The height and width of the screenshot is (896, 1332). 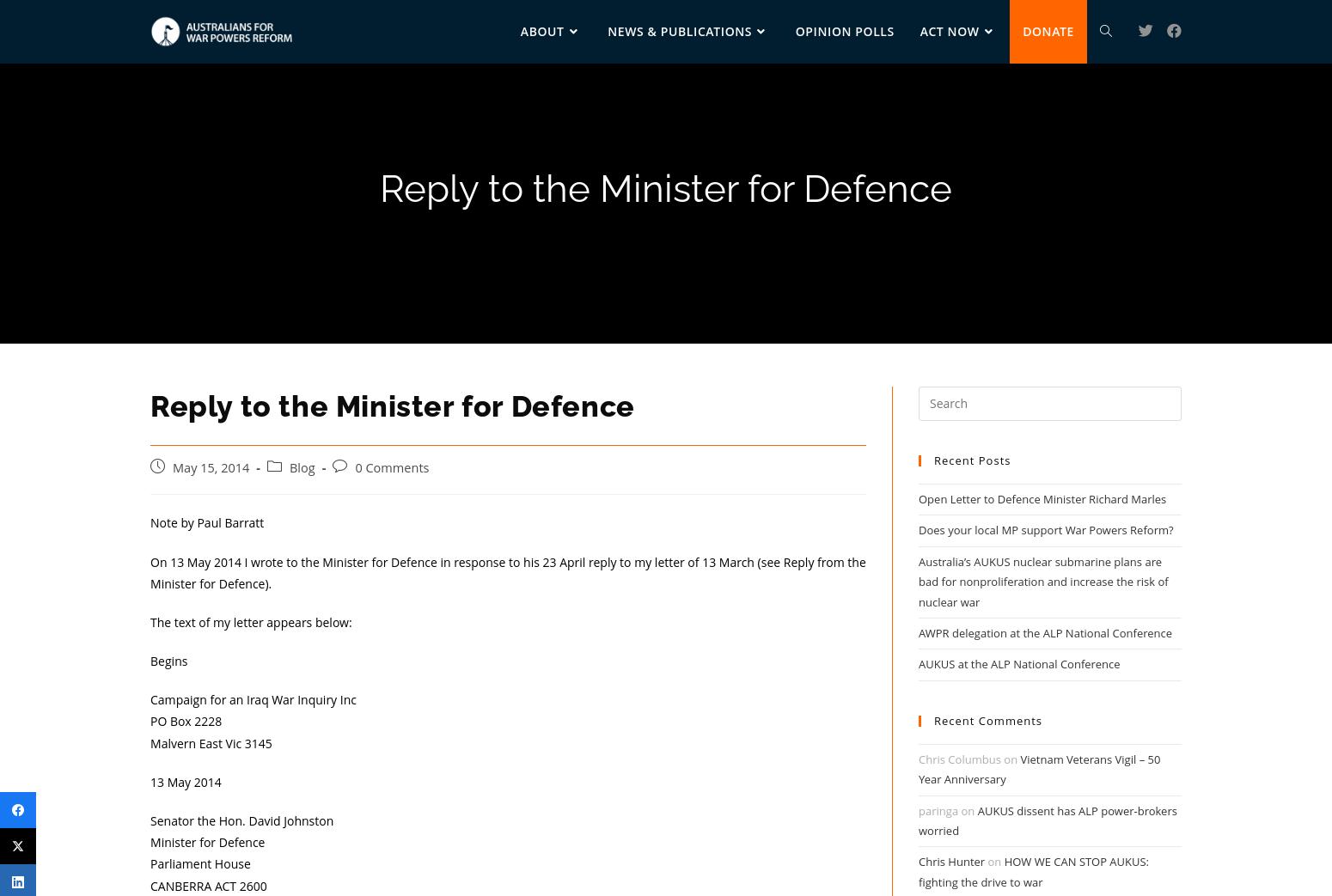 What do you see at coordinates (1046, 529) in the screenshot?
I see `'Does your local MP support War Powers Reform?'` at bounding box center [1046, 529].